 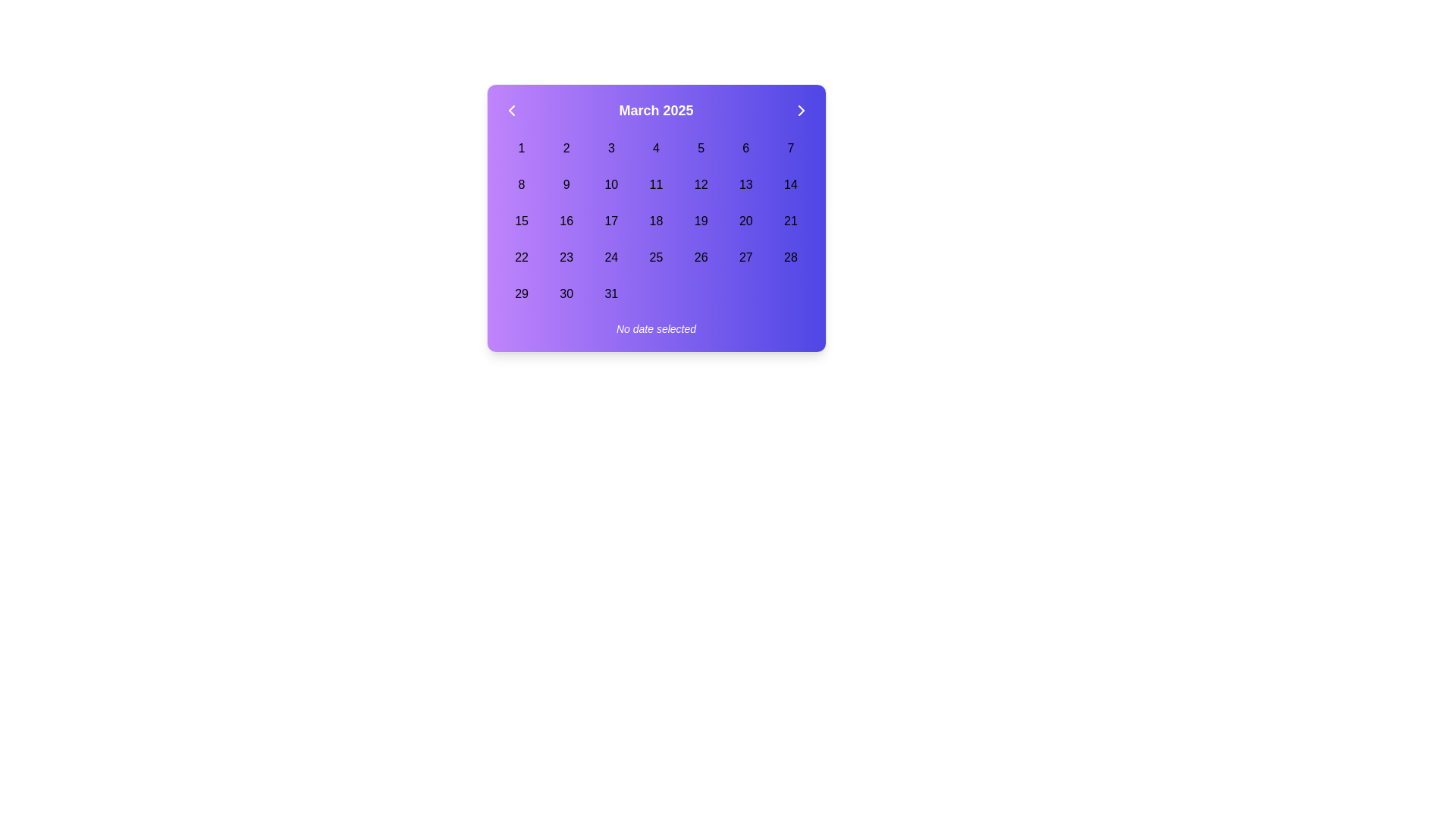 What do you see at coordinates (700, 221) in the screenshot?
I see `the button representing the calendar date, specifically the 19th day of the displayed month` at bounding box center [700, 221].